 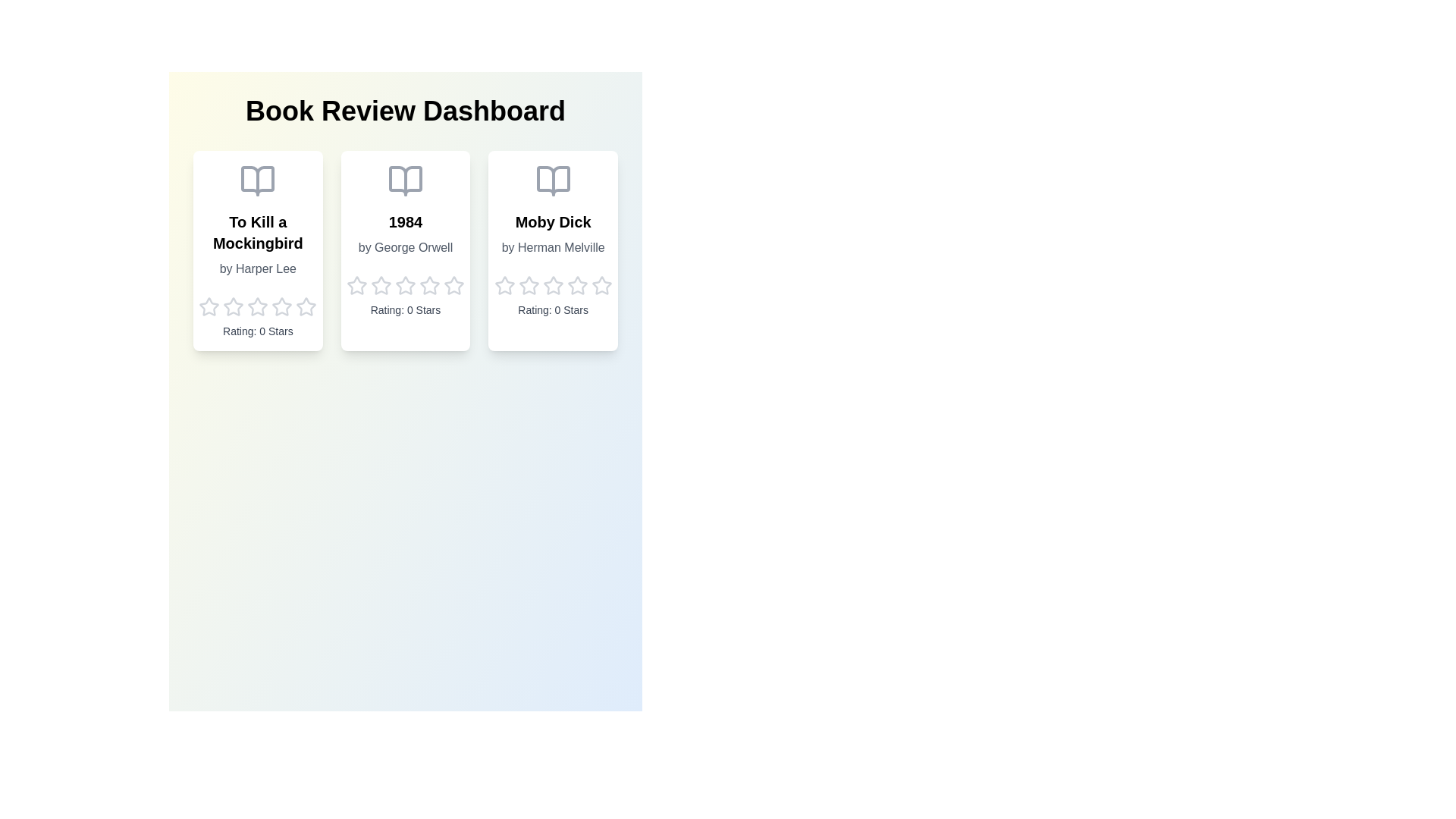 What do you see at coordinates (405, 222) in the screenshot?
I see `the book title 1984 to select it` at bounding box center [405, 222].